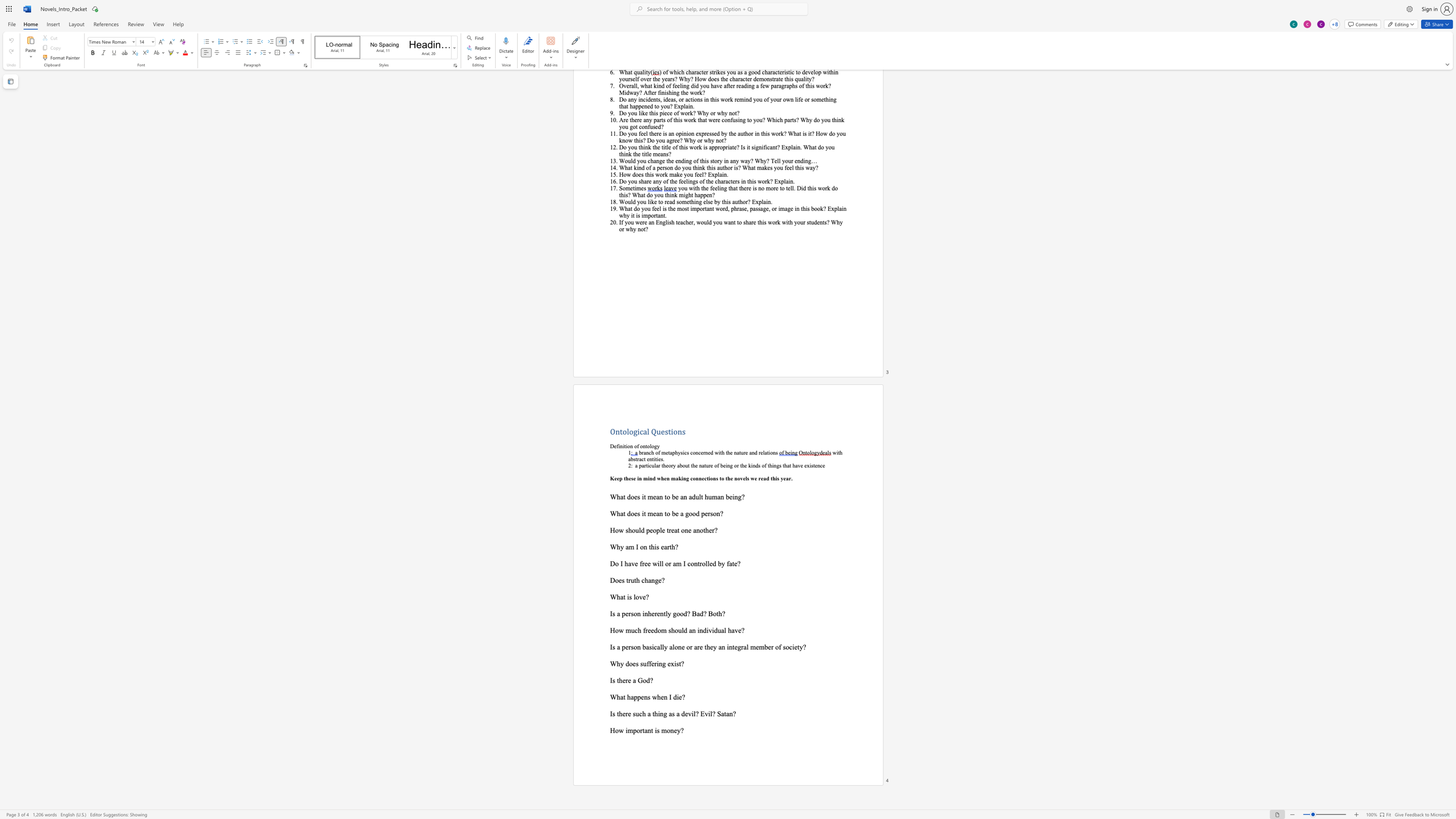 This screenshot has width=1456, height=819. What do you see at coordinates (649, 680) in the screenshot?
I see `the space between the continuous character "d" and "?" in the text` at bounding box center [649, 680].